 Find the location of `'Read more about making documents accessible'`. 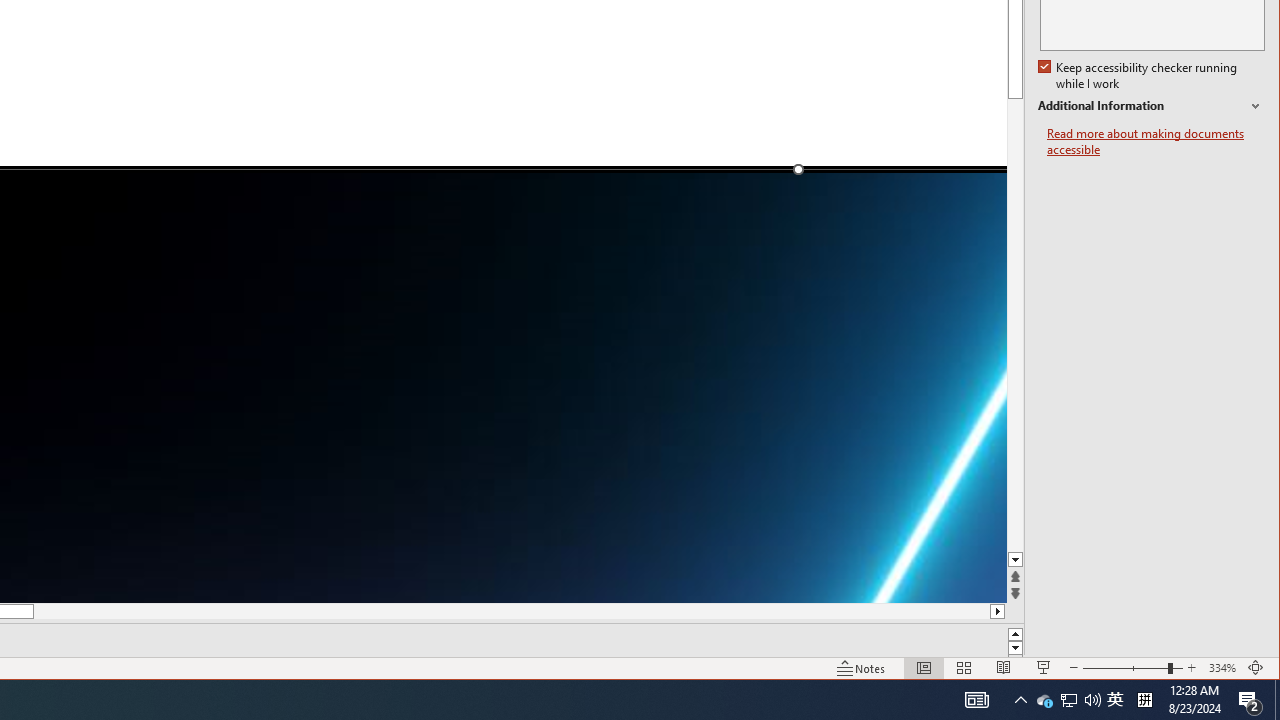

'Read more about making documents accessible' is located at coordinates (1151, 106).